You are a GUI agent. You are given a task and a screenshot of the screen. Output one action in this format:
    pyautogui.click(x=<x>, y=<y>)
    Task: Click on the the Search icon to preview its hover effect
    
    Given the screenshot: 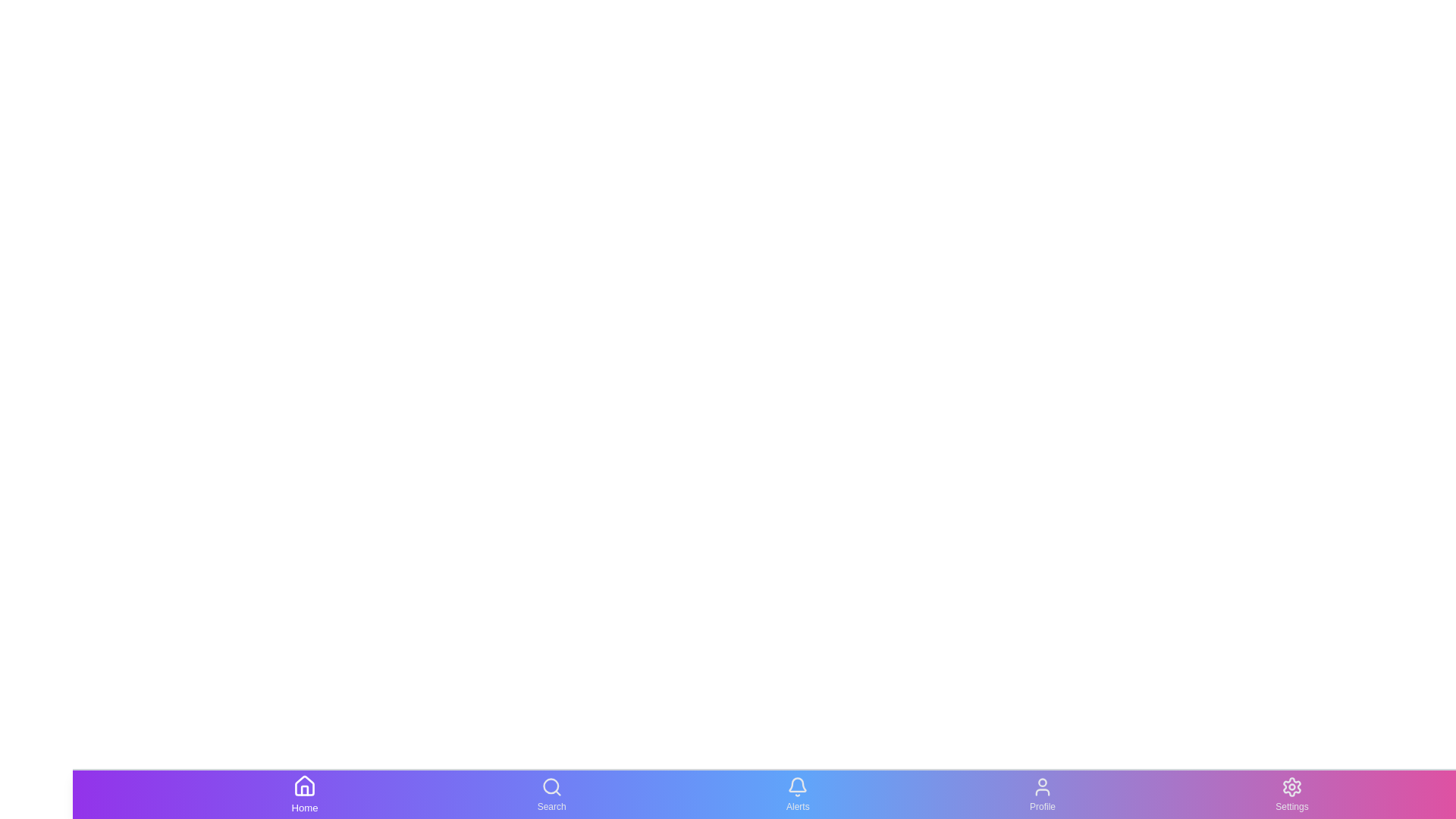 What is the action you would take?
    pyautogui.click(x=550, y=794)
    